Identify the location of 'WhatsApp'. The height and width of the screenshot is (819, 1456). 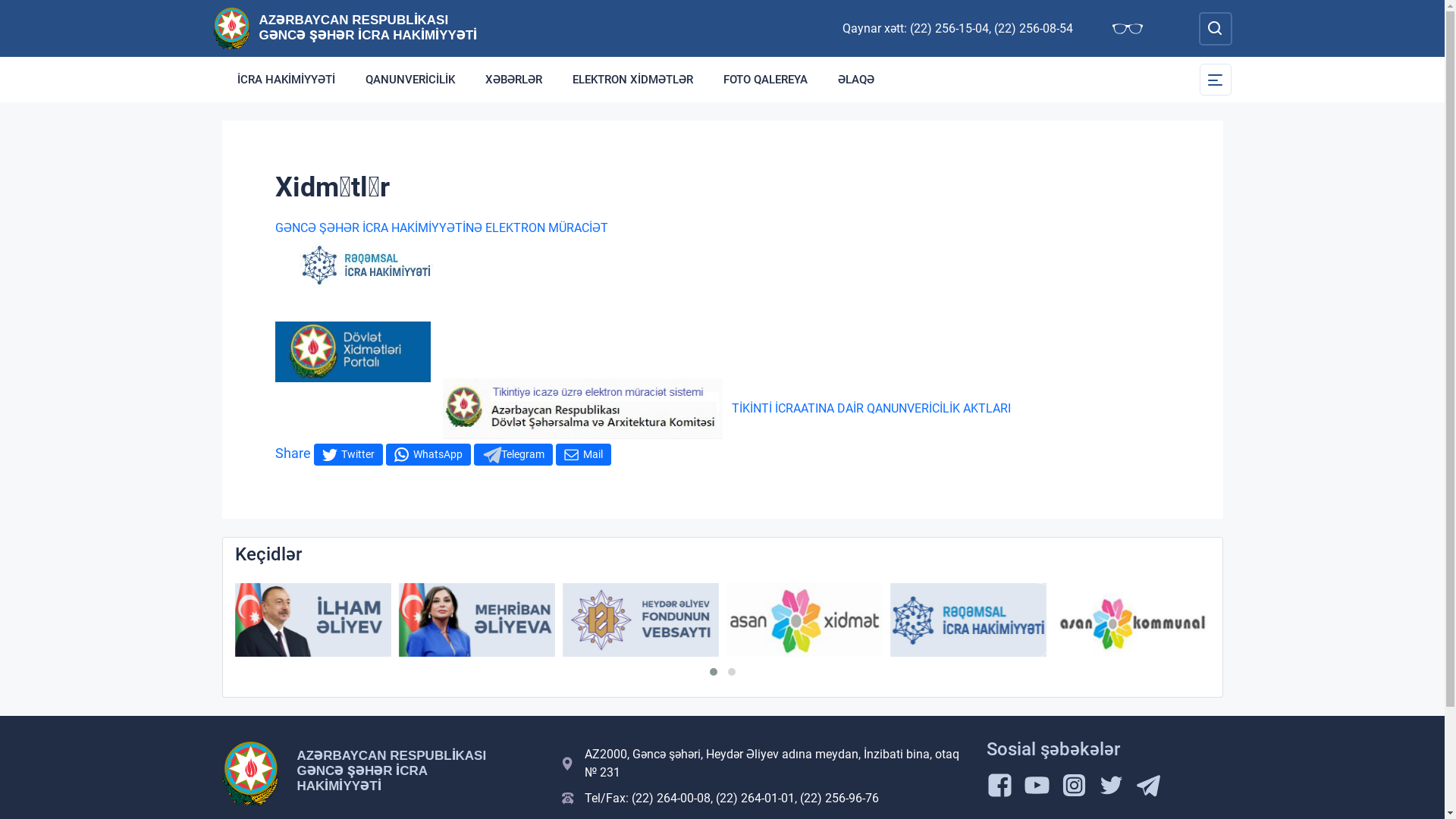
(427, 453).